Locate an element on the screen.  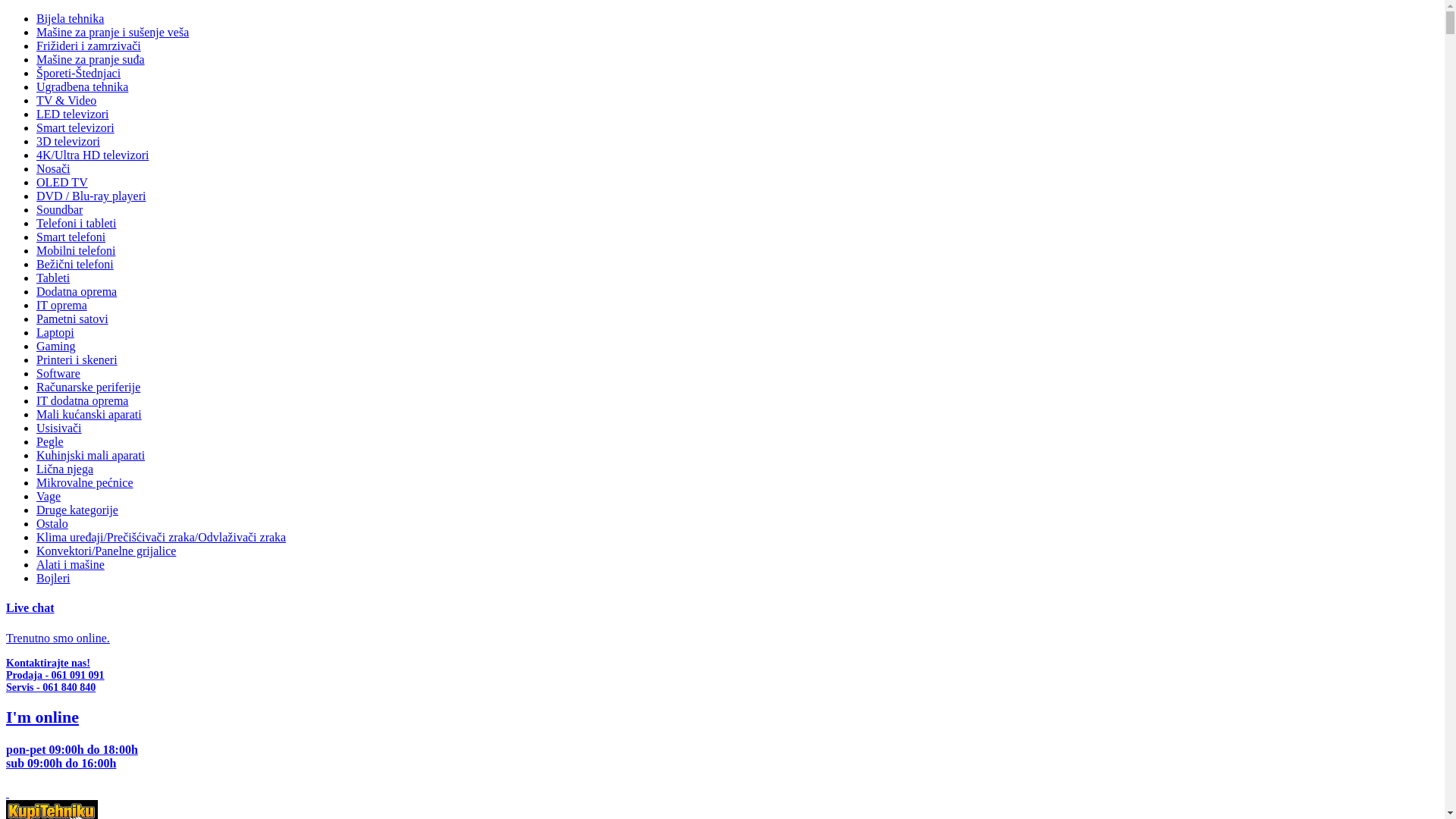
'LED televizori' is located at coordinates (72, 113).